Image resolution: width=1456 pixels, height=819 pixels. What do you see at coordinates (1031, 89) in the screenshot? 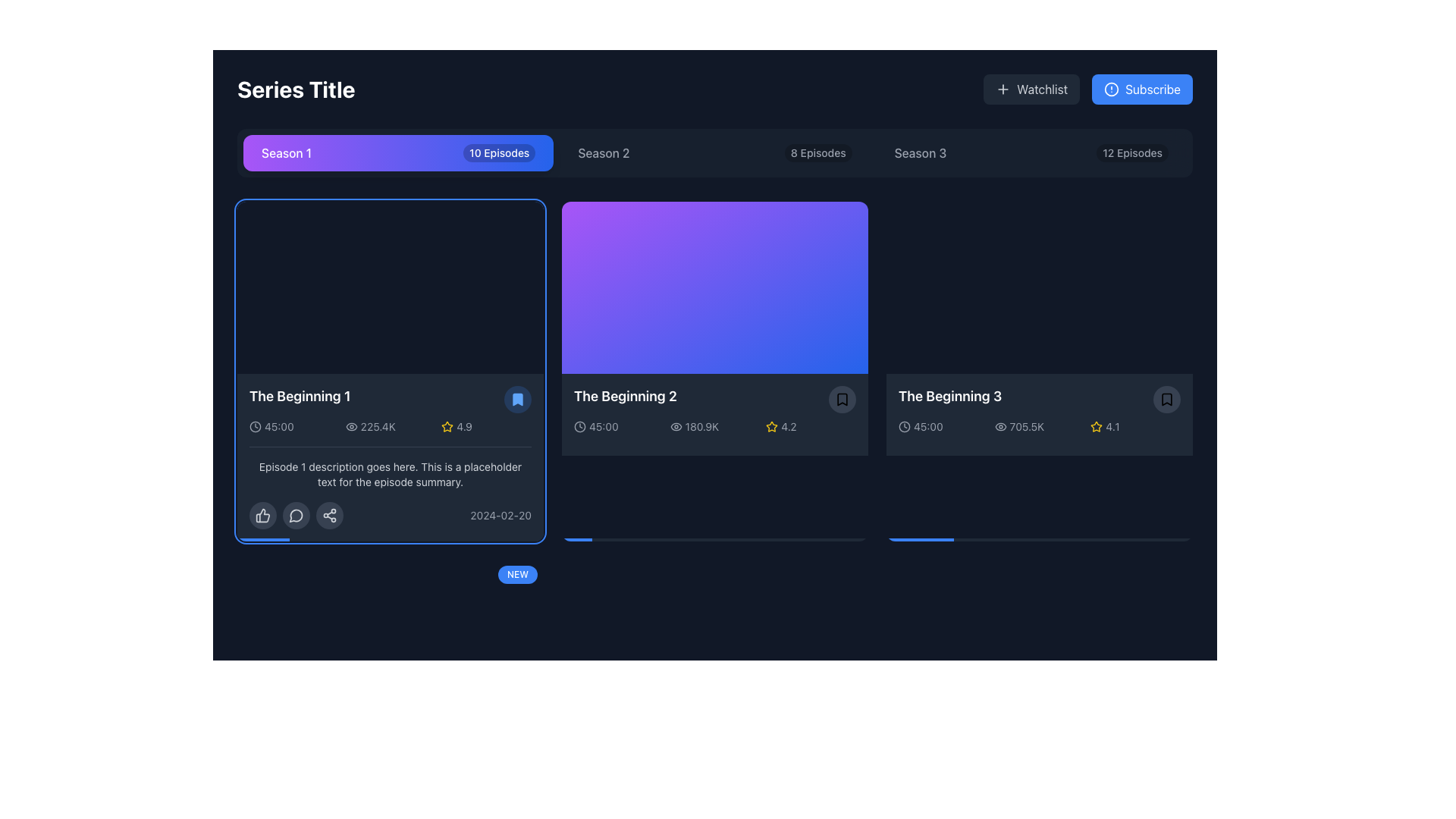
I see `the 'Add to Watchlist' button located to the immediate left of the blue 'Subscribe' button in the upper-right corner of the interface` at bounding box center [1031, 89].